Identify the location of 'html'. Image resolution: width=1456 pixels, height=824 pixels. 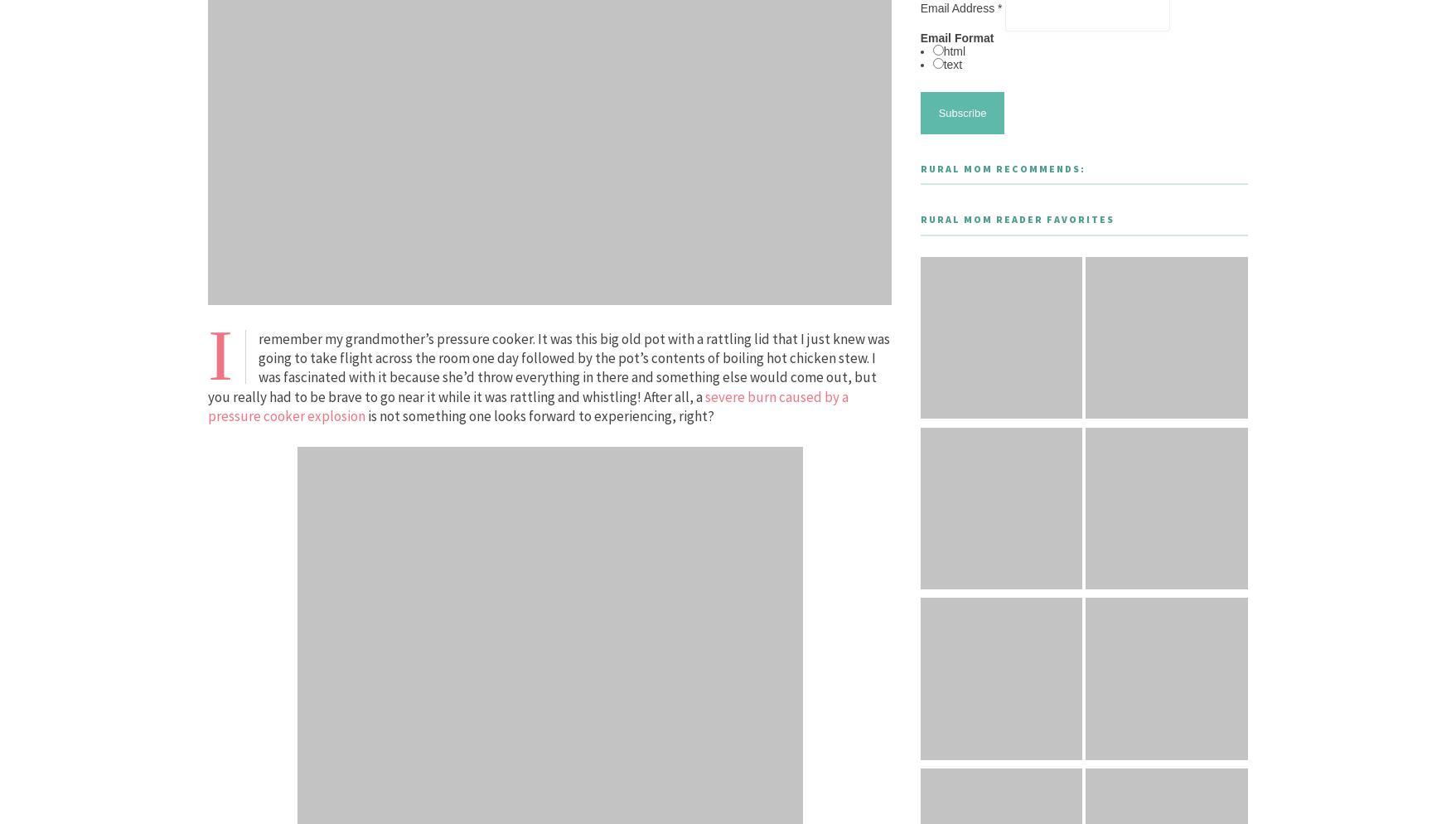
(953, 51).